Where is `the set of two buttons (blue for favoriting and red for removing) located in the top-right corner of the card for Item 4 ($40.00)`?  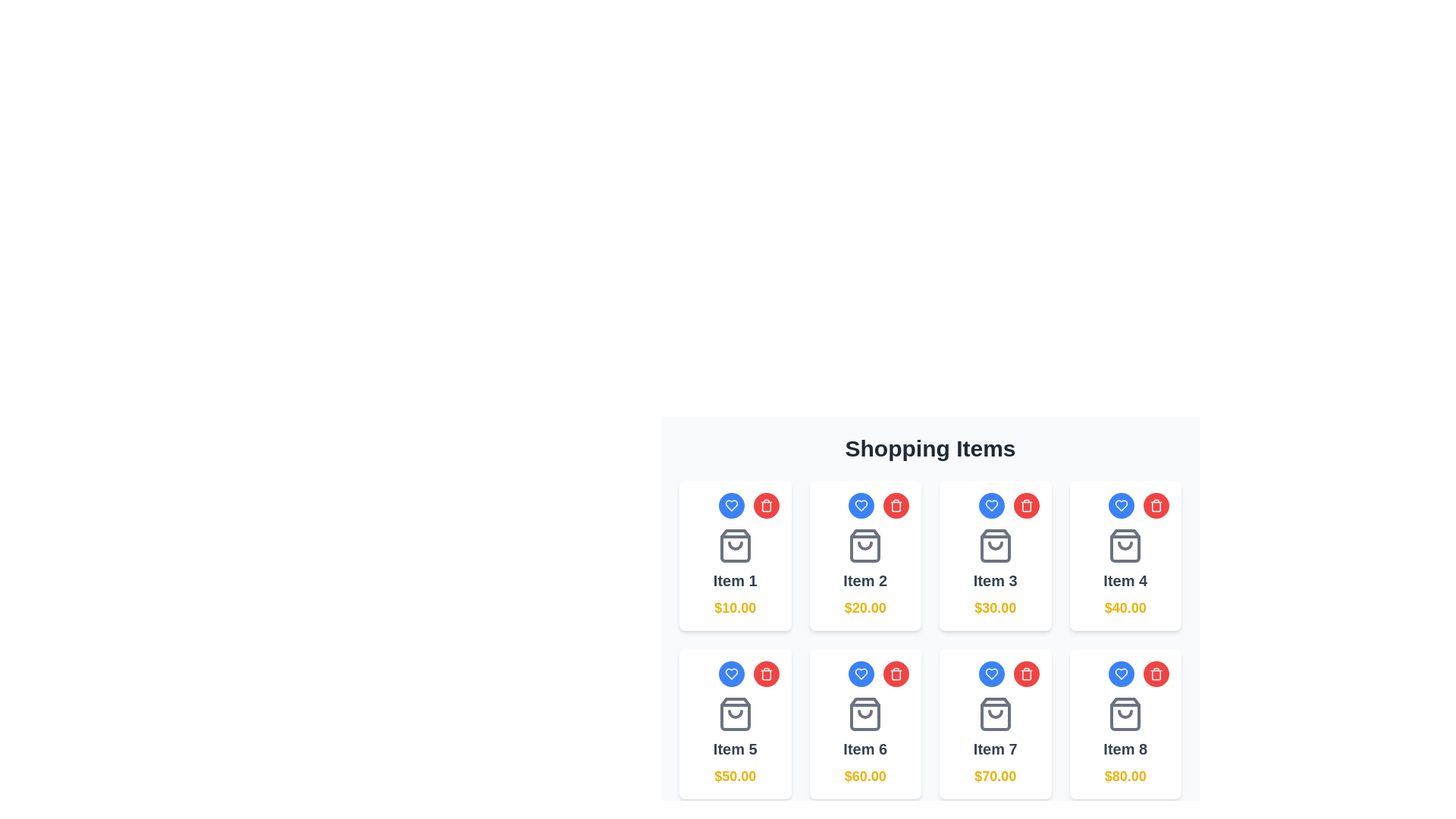
the set of two buttons (blue for favoriting and red for removing) located in the top-right corner of the card for Item 4 ($40.00) is located at coordinates (1125, 506).